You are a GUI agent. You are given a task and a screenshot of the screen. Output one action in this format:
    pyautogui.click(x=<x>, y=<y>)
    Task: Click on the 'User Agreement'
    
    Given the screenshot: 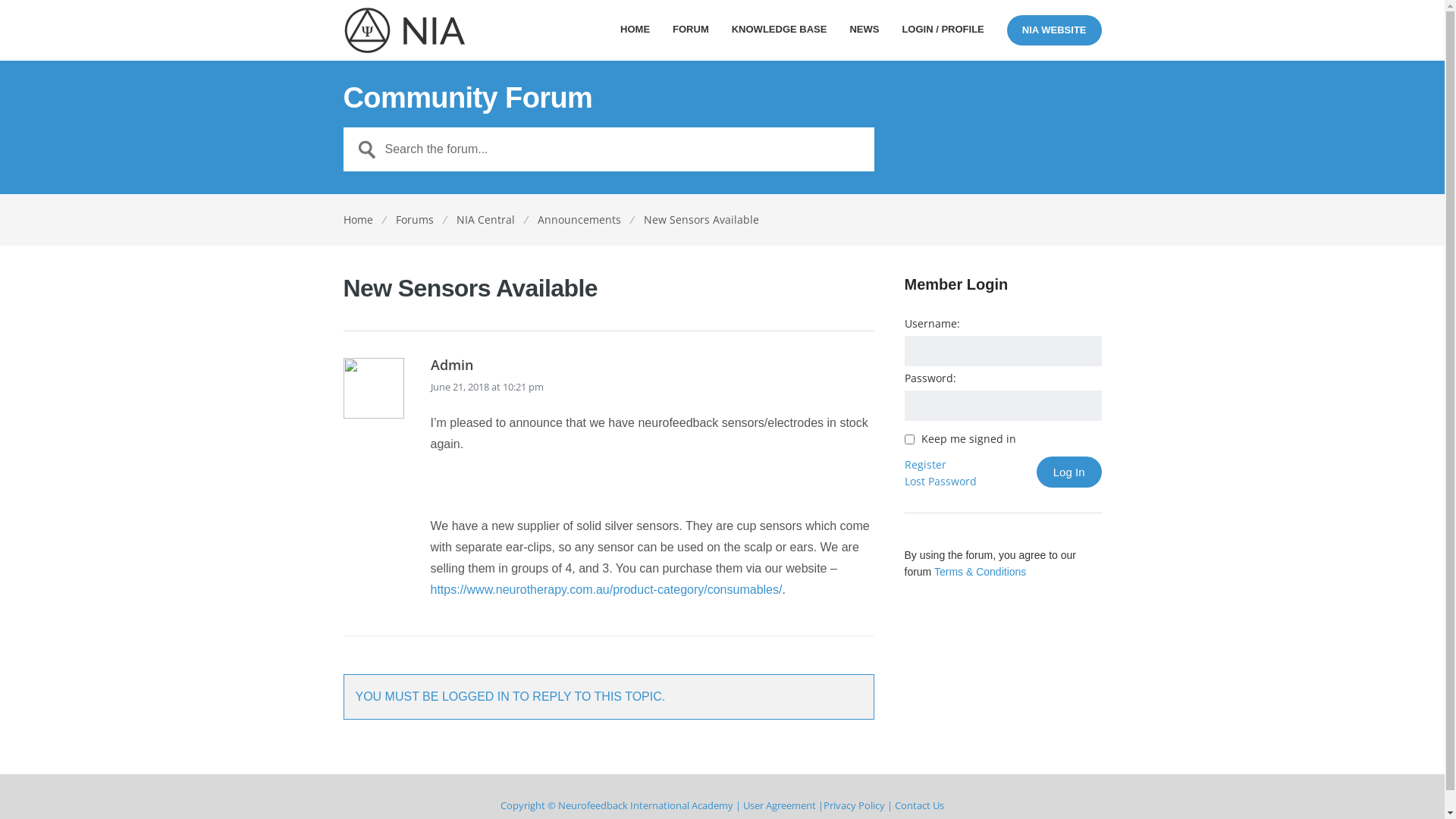 What is the action you would take?
    pyautogui.click(x=779, y=804)
    